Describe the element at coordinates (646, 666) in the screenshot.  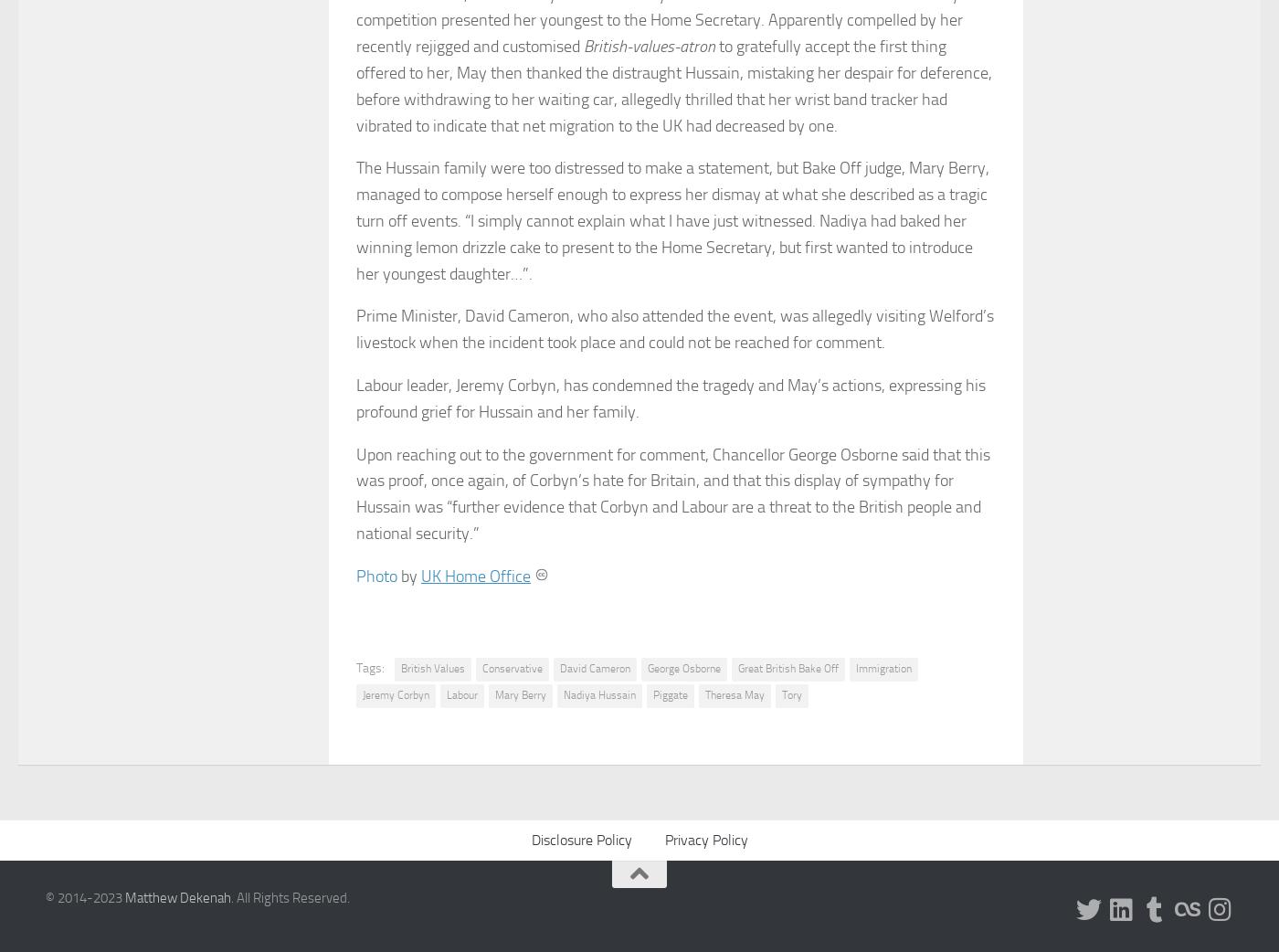
I see `'George Osborne'` at that location.